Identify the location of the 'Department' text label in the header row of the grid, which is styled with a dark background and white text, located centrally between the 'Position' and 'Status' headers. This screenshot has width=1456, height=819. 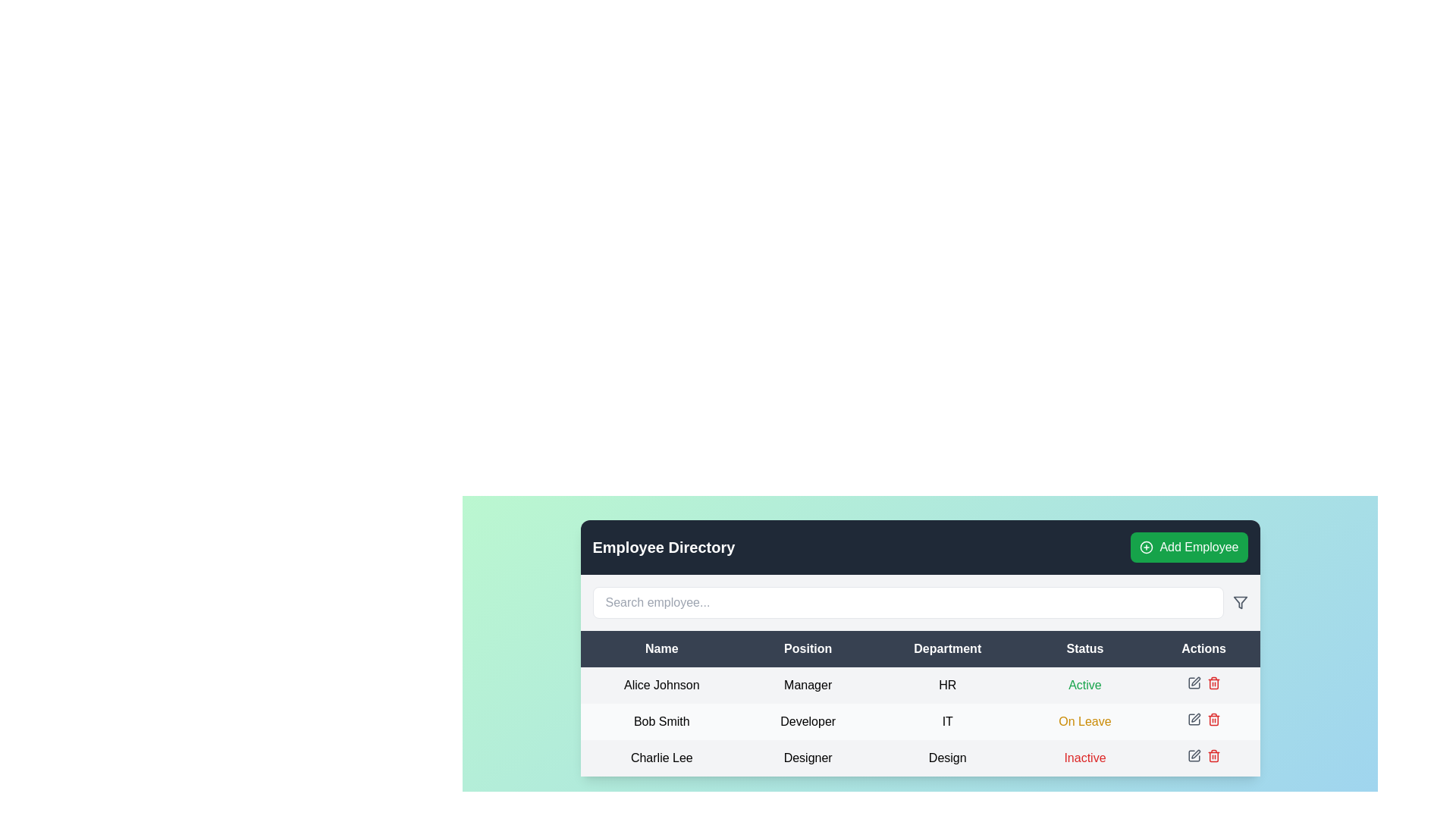
(946, 648).